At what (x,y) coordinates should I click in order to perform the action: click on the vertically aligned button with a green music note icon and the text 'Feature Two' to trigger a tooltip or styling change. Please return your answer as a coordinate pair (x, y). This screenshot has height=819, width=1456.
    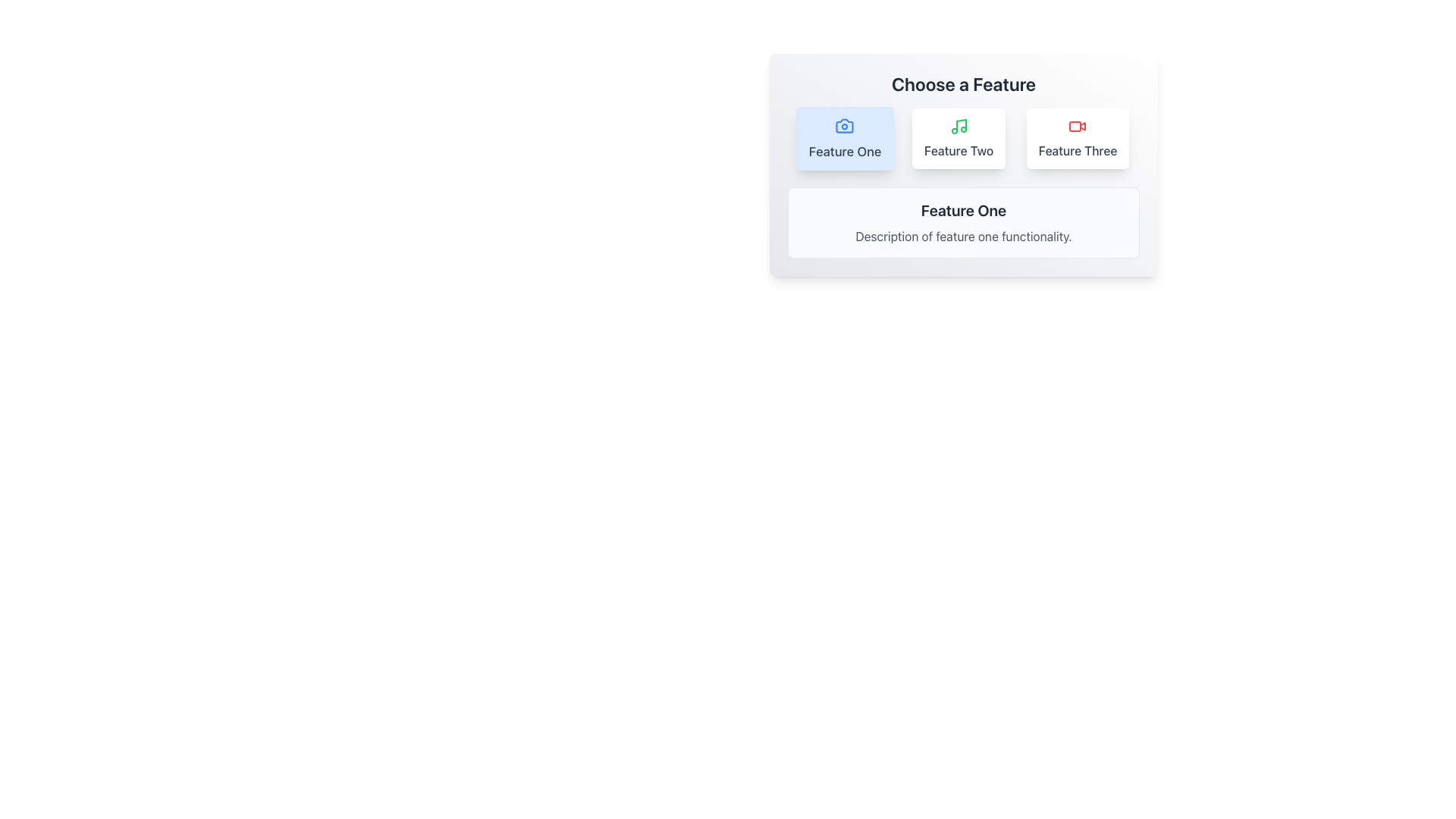
    Looking at the image, I should click on (958, 138).